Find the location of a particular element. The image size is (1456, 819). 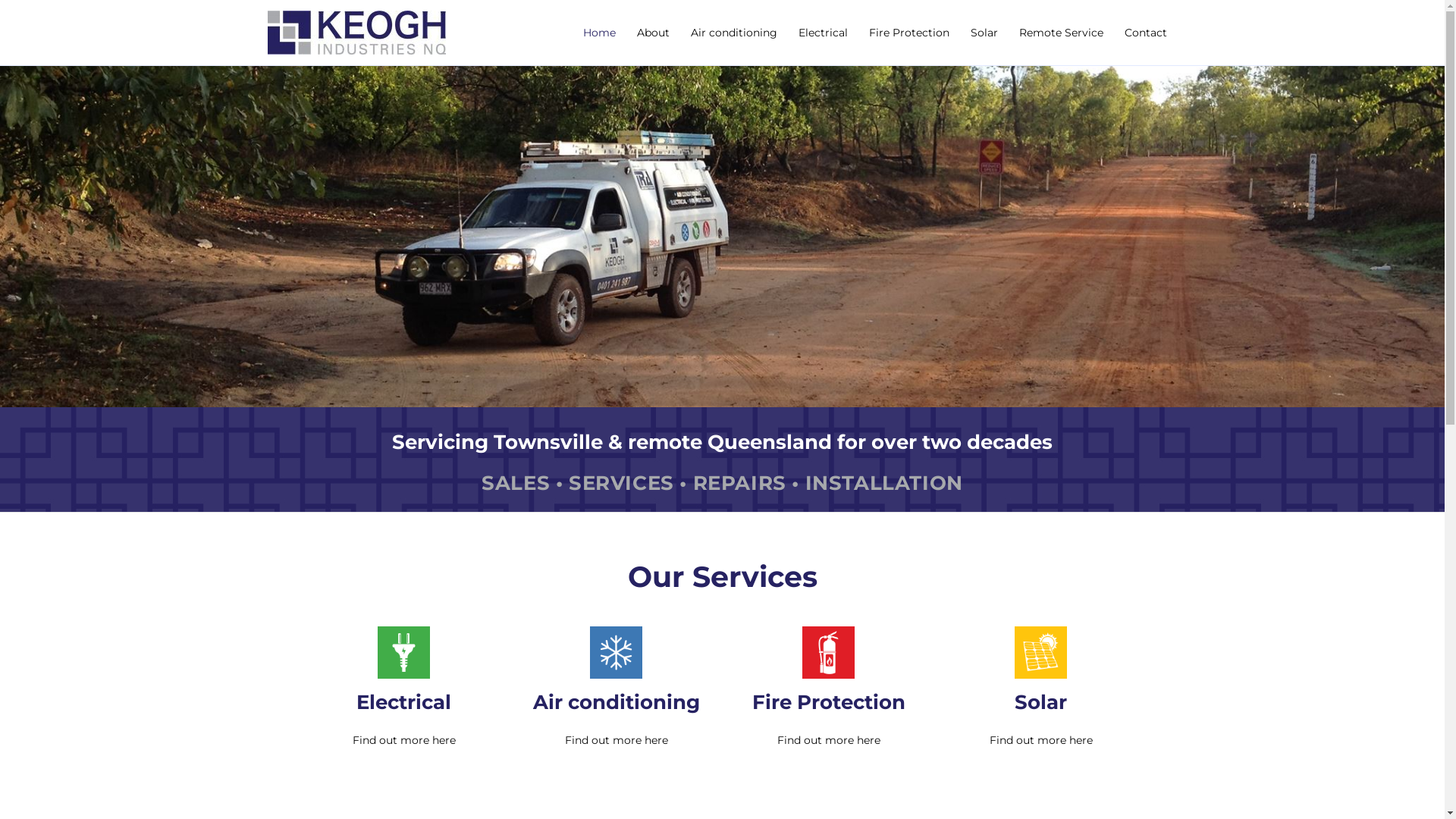

'Air conditioning' is located at coordinates (733, 32).